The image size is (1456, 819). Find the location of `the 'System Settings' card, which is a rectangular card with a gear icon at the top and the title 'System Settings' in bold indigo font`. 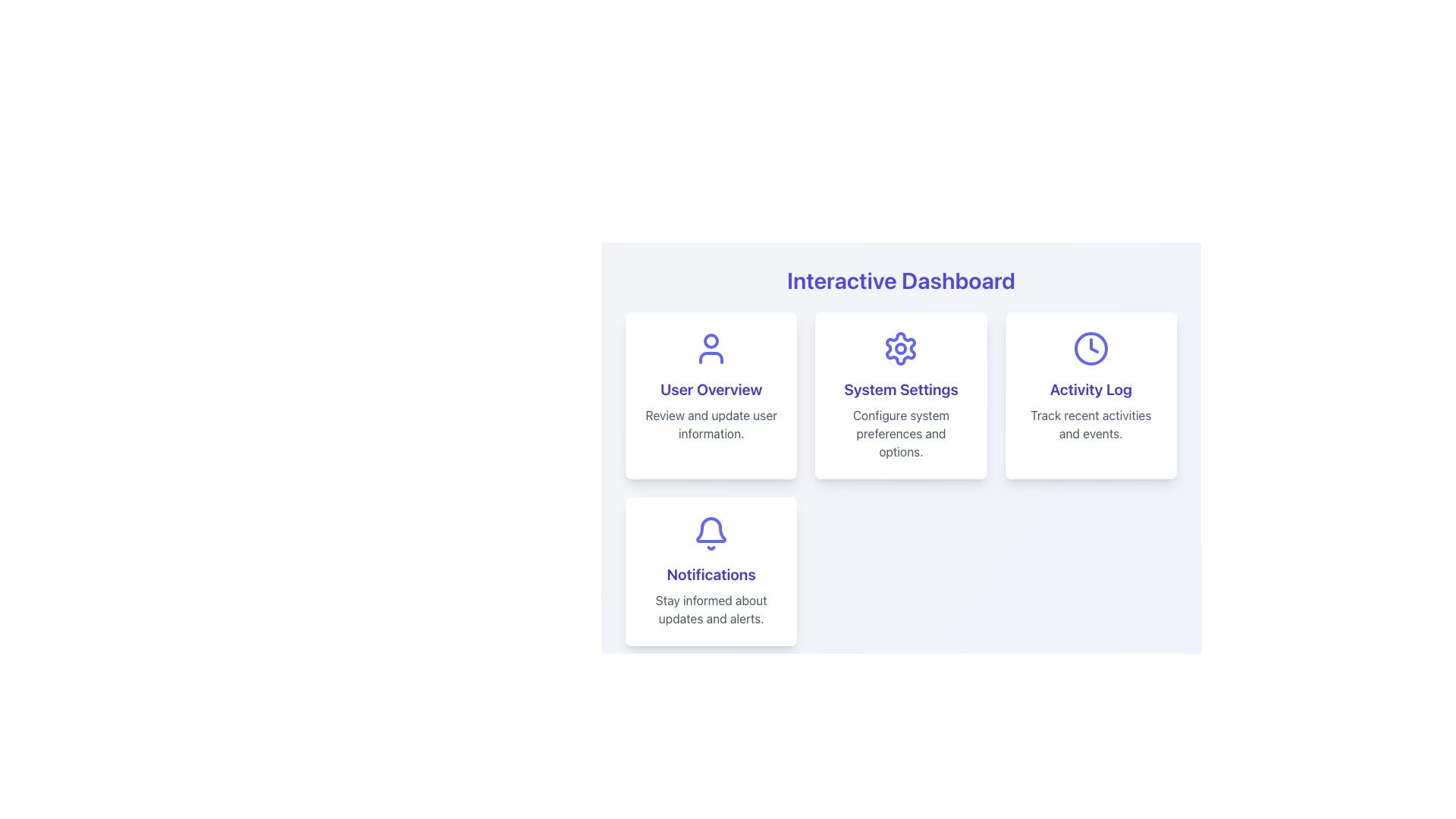

the 'System Settings' card, which is a rectangular card with a gear icon at the top and the title 'System Settings' in bold indigo font is located at coordinates (901, 394).